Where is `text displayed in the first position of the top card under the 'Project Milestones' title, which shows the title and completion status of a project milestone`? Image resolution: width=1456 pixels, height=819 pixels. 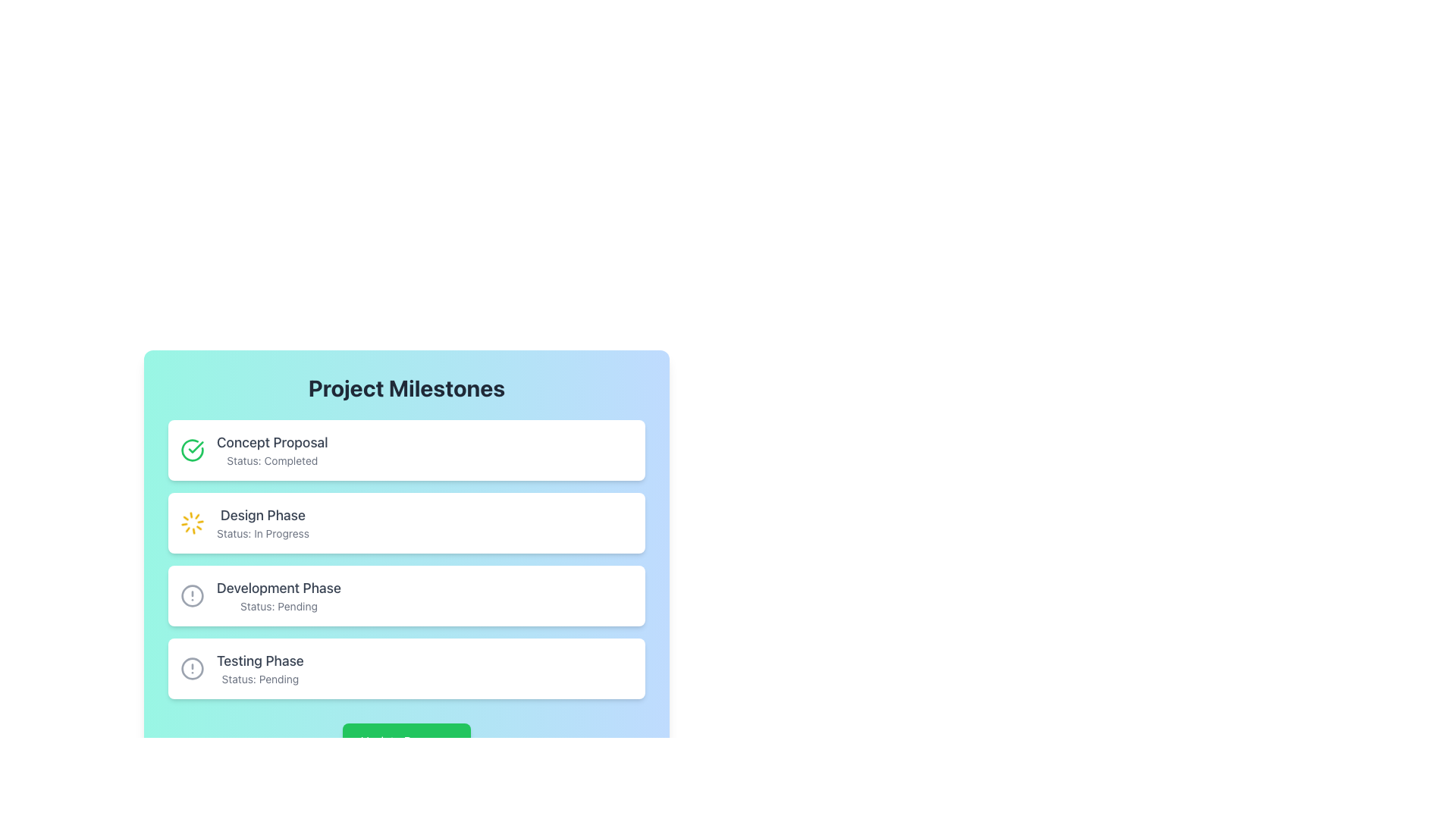
text displayed in the first position of the top card under the 'Project Milestones' title, which shows the title and completion status of a project milestone is located at coordinates (272, 450).